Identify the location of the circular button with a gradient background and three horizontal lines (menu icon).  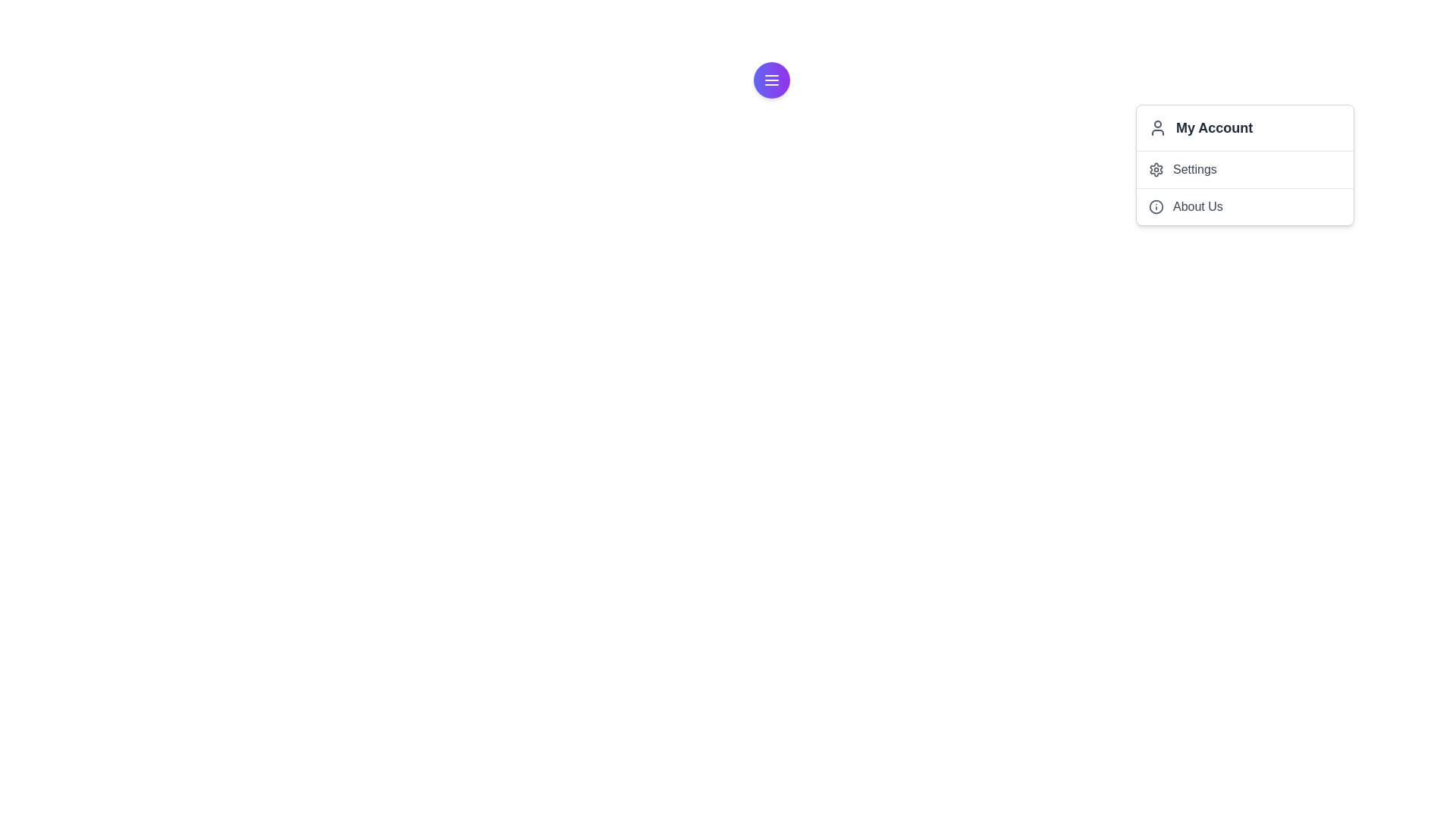
(771, 80).